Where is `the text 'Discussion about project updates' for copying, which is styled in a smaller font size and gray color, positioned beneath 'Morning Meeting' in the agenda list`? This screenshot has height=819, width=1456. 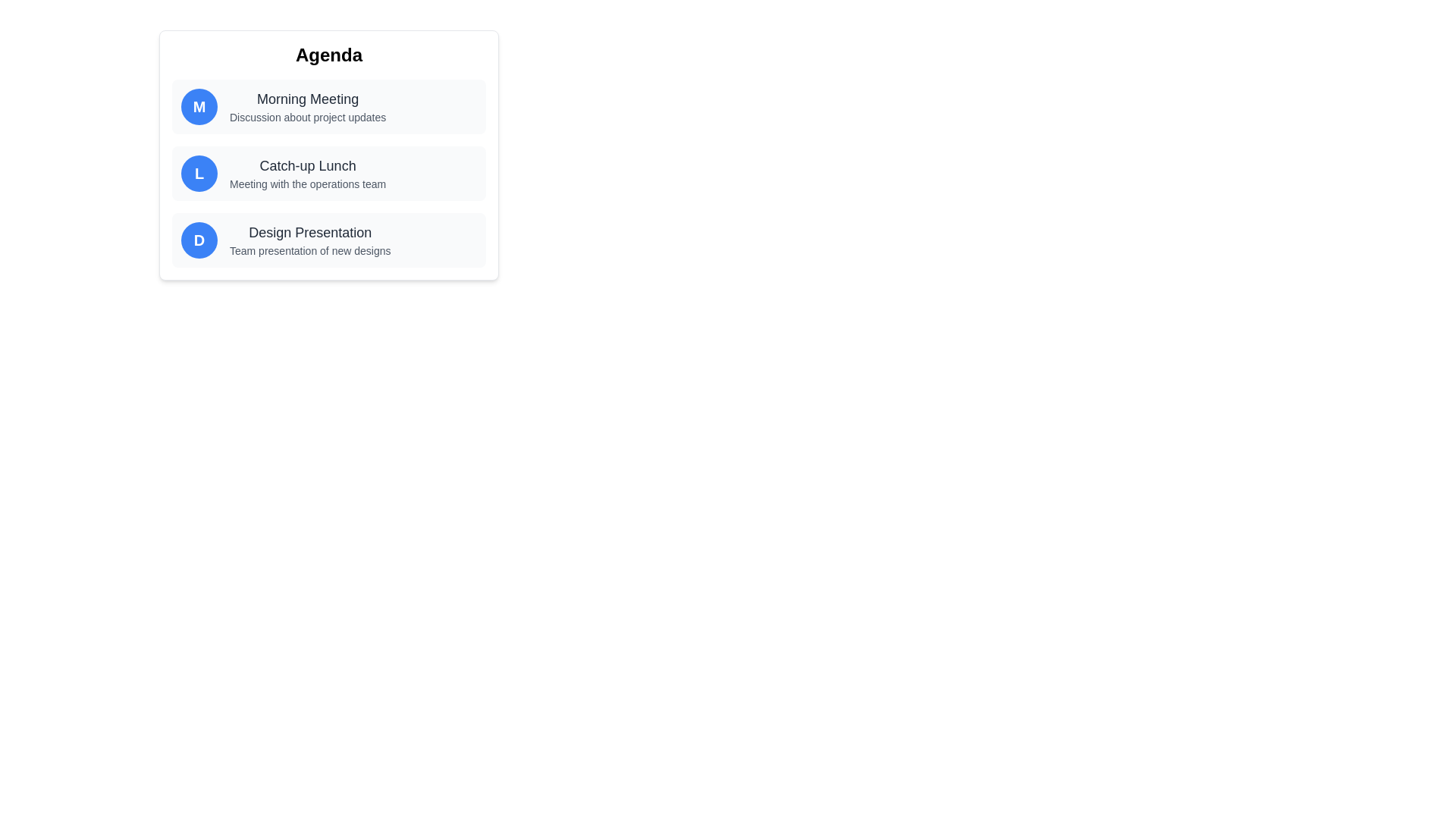
the text 'Discussion about project updates' for copying, which is styled in a smaller font size and gray color, positioned beneath 'Morning Meeting' in the agenda list is located at coordinates (307, 116).